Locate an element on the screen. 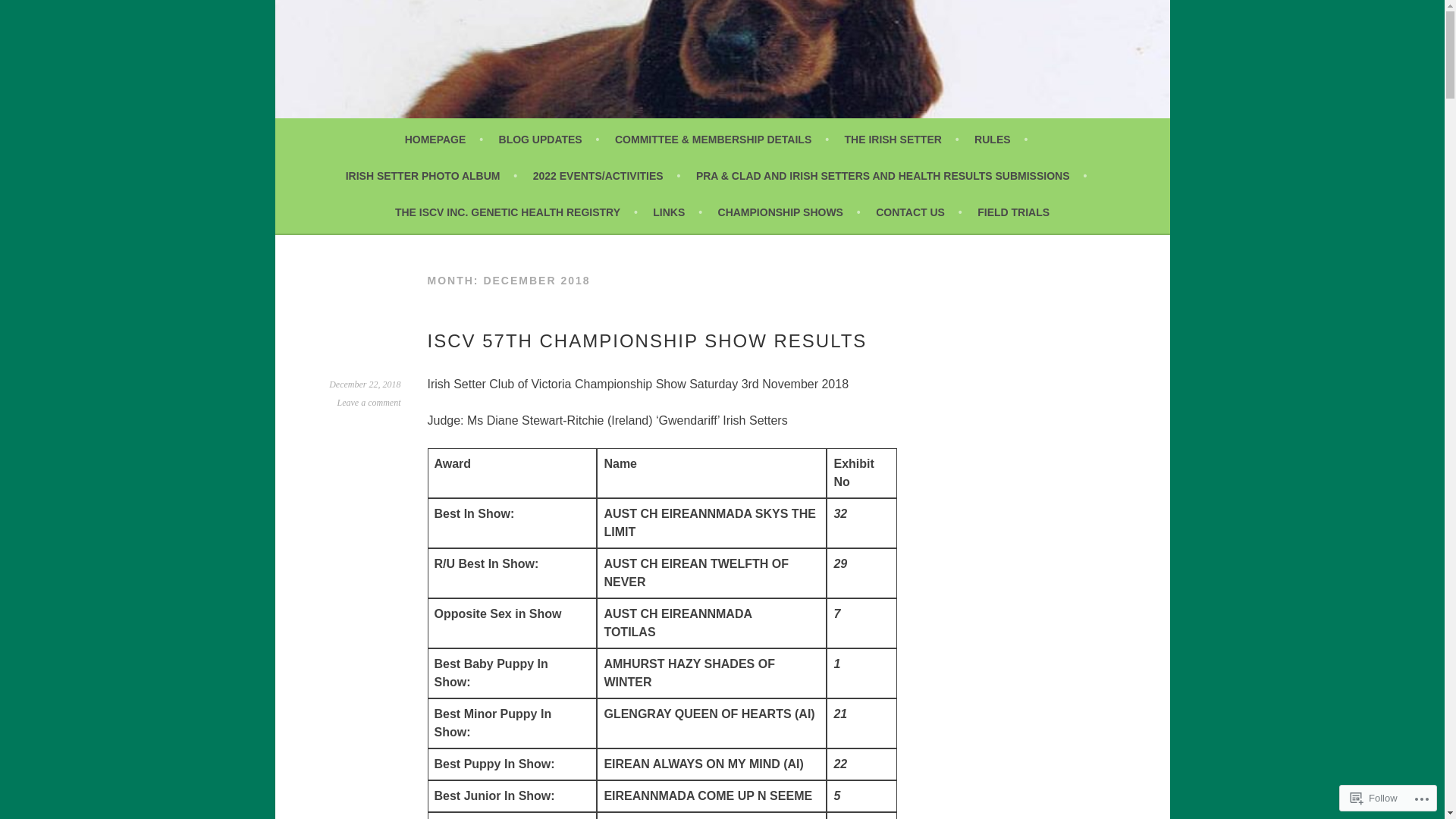  'ISCV 57TH CHAMPIONSHIP SHOW RESULTS' is located at coordinates (648, 340).